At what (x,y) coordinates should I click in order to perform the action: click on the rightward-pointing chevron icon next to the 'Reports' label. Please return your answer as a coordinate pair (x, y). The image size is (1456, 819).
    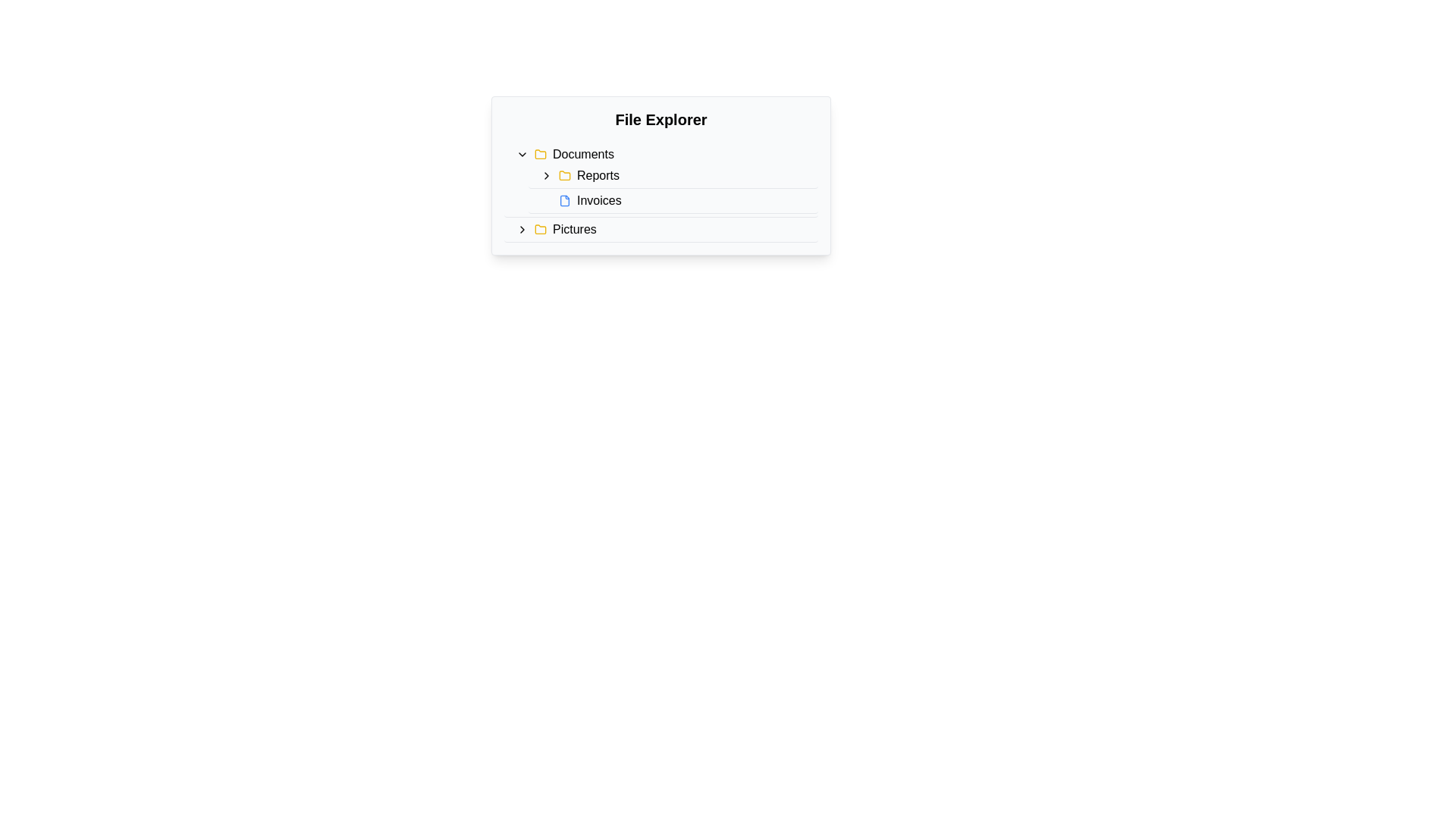
    Looking at the image, I should click on (546, 174).